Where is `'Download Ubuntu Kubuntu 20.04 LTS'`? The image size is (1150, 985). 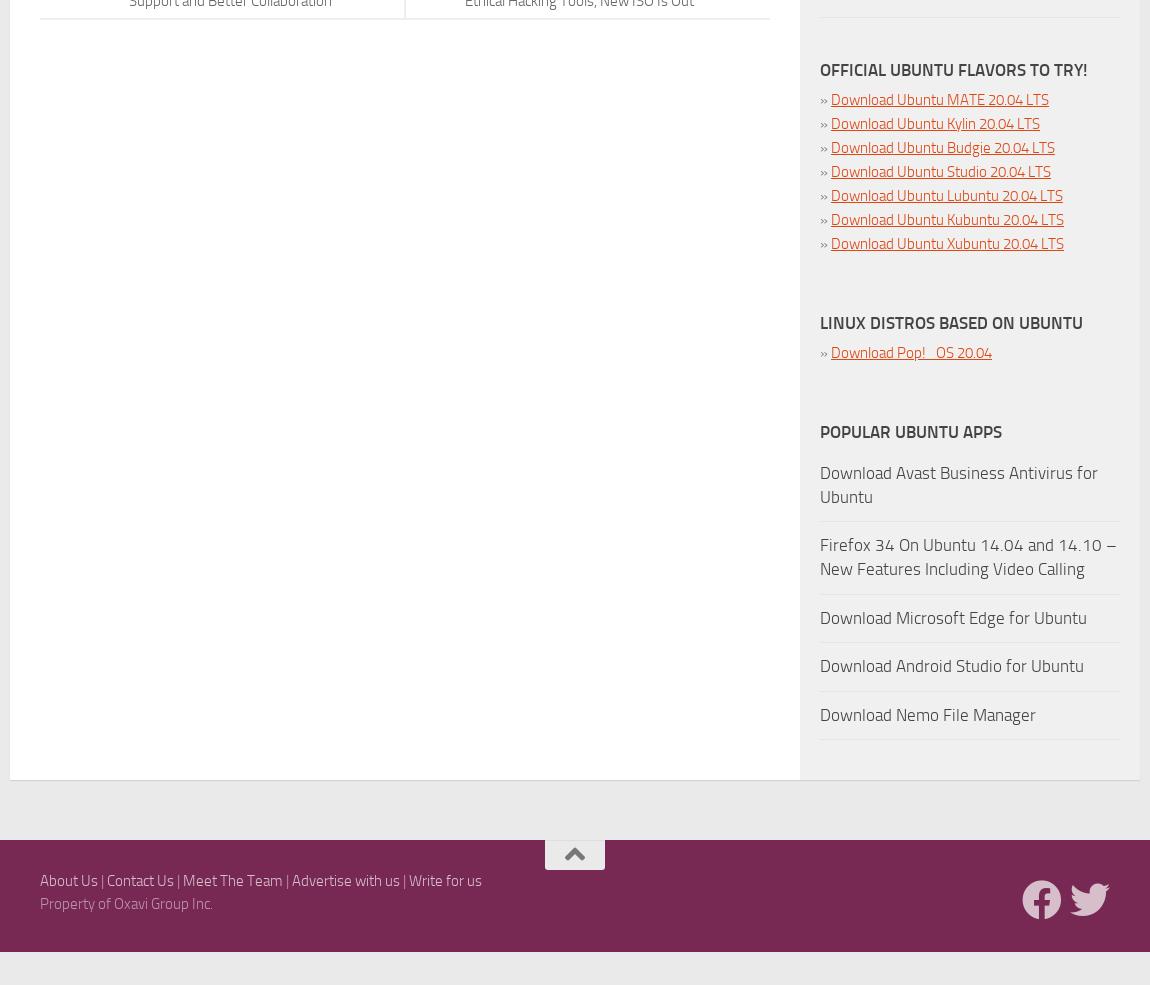 'Download Ubuntu Kubuntu 20.04 LTS' is located at coordinates (947, 219).